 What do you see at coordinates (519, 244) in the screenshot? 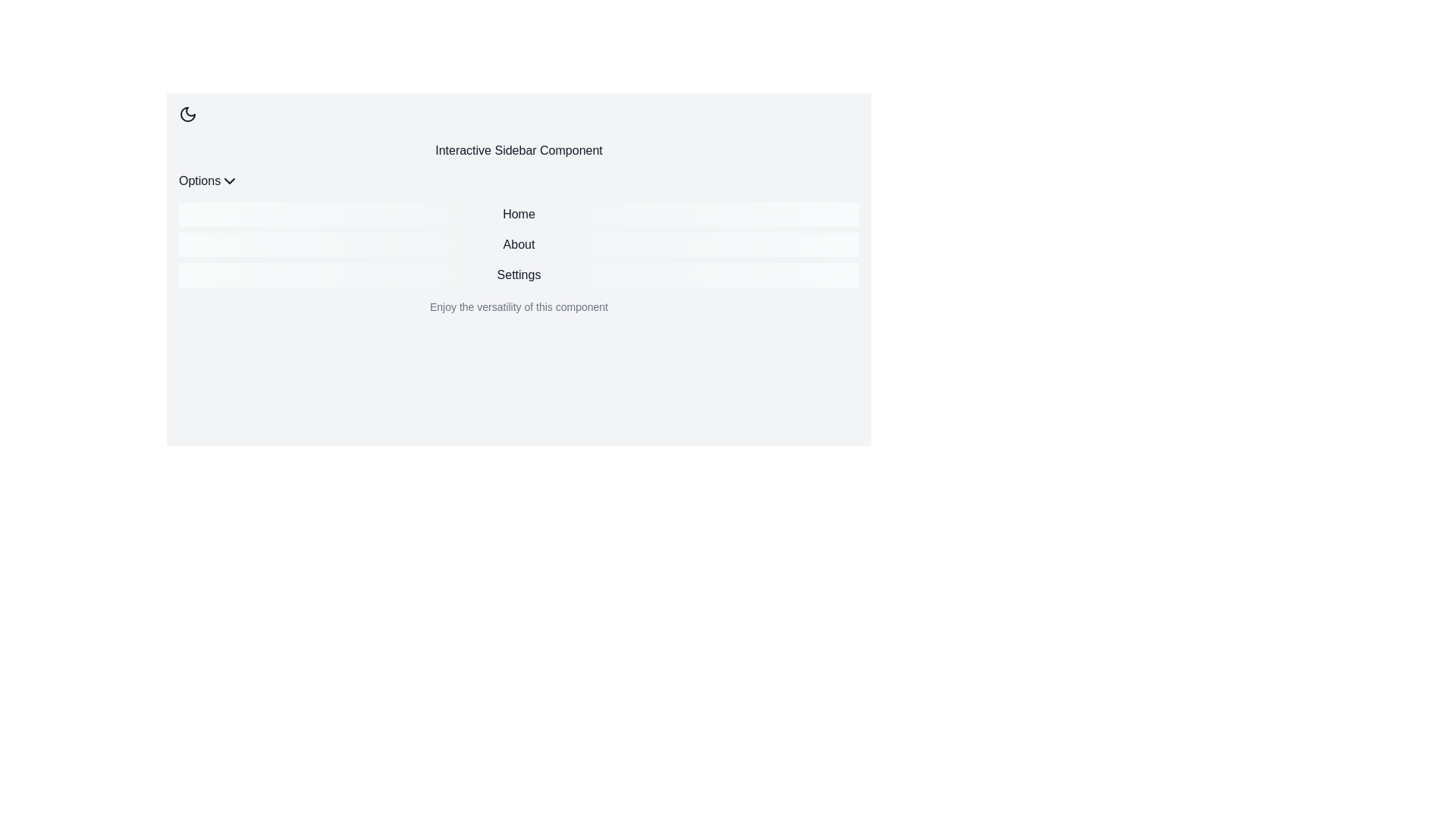
I see `the second navigation link in the sidebar that leads to the 'About' section` at bounding box center [519, 244].